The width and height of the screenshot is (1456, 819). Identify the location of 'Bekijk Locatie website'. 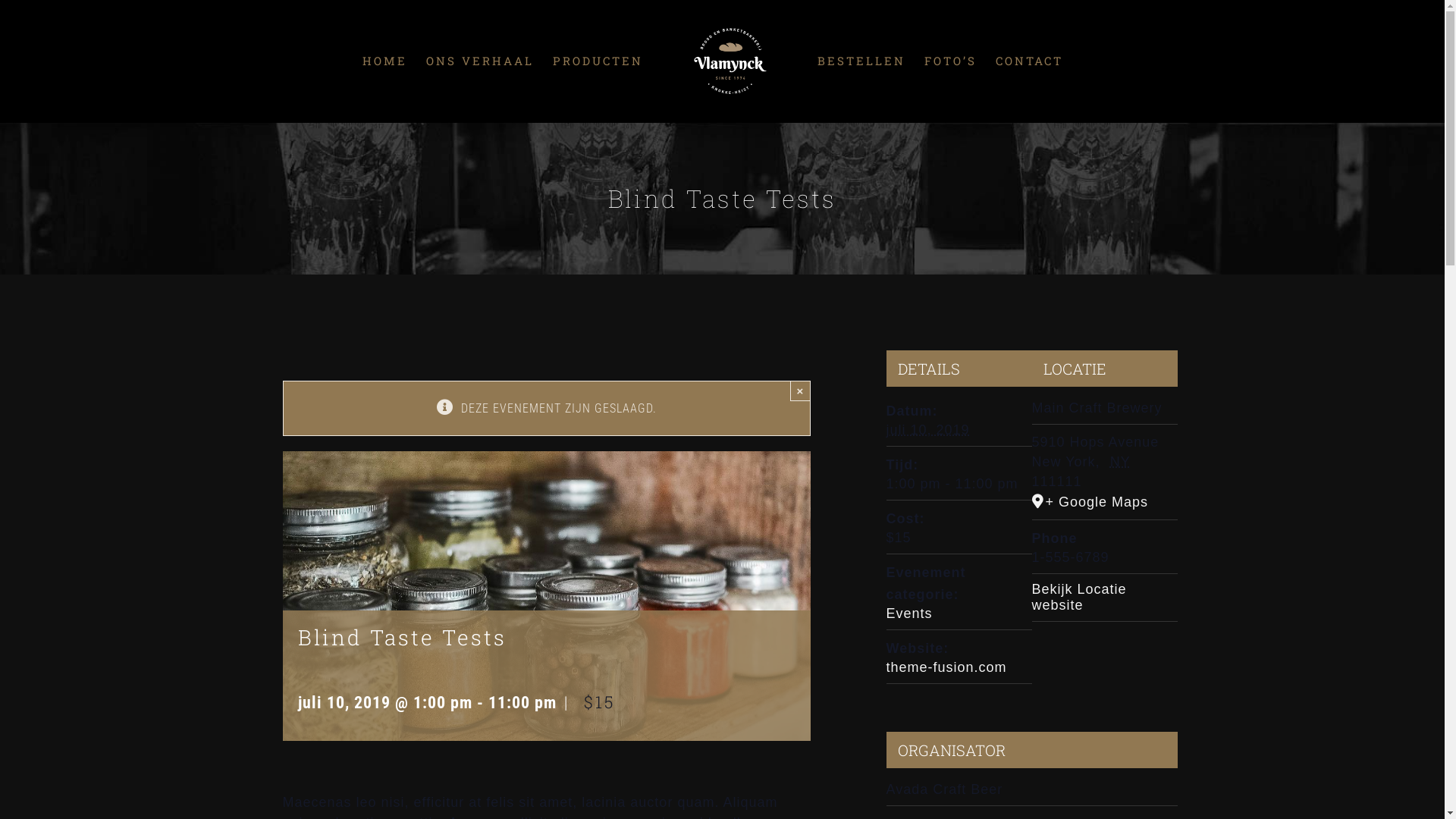
(1078, 596).